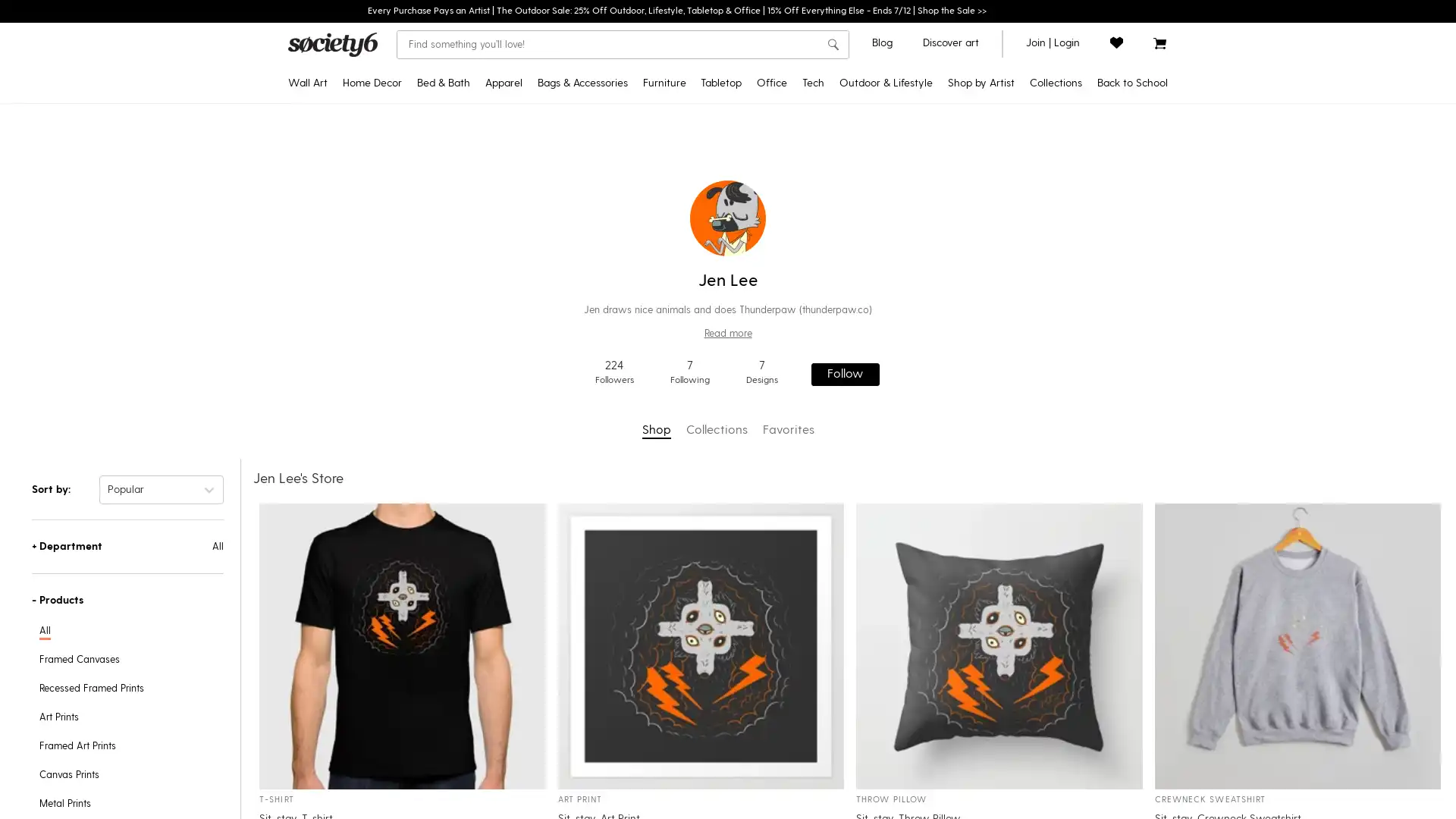 The height and width of the screenshot is (819, 1456). Describe the element at coordinates (981, 83) in the screenshot. I see `Shop by Artist` at that location.